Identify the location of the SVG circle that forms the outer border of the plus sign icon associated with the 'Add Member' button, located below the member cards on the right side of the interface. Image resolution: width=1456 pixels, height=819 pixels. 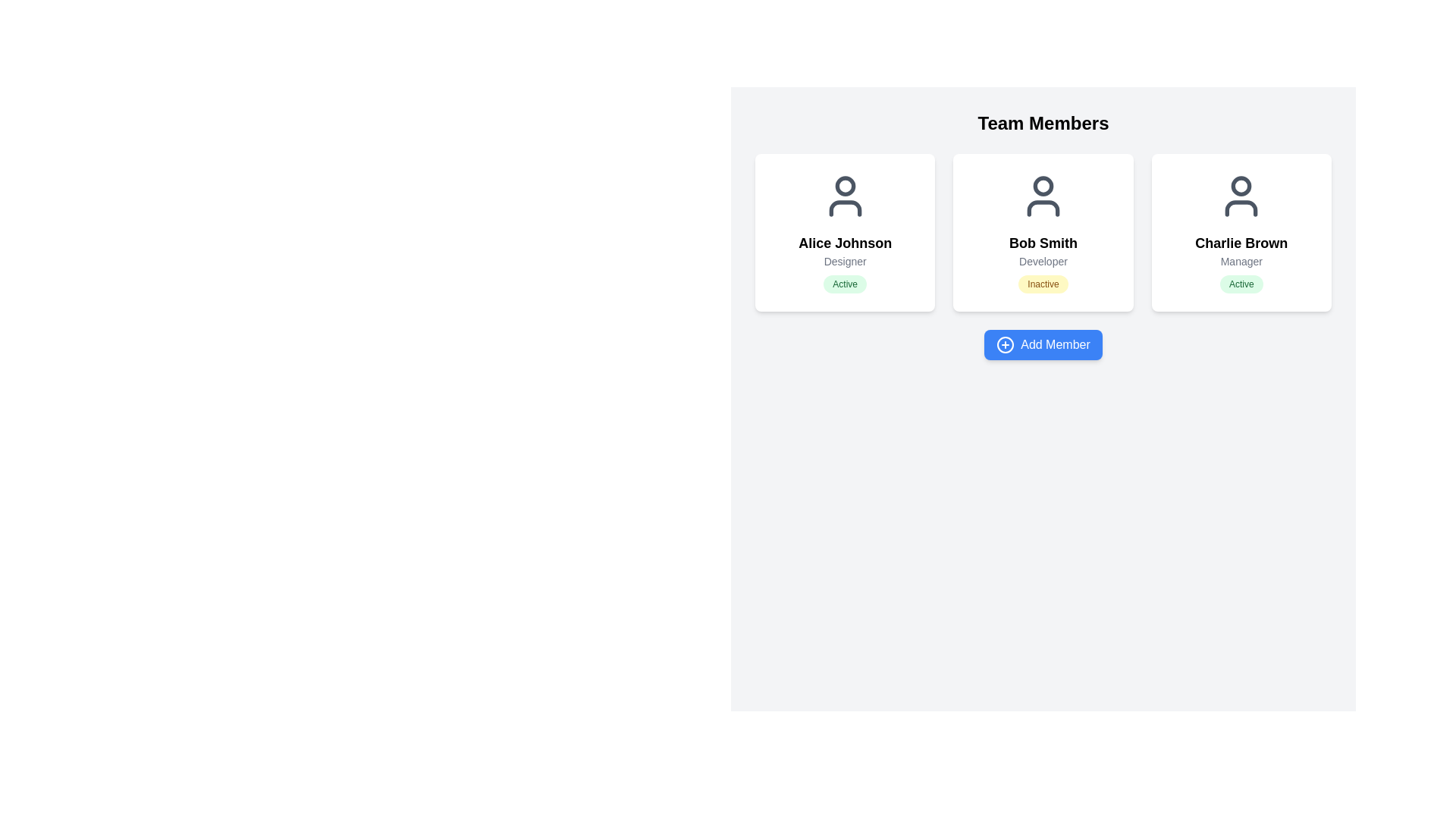
(1006, 345).